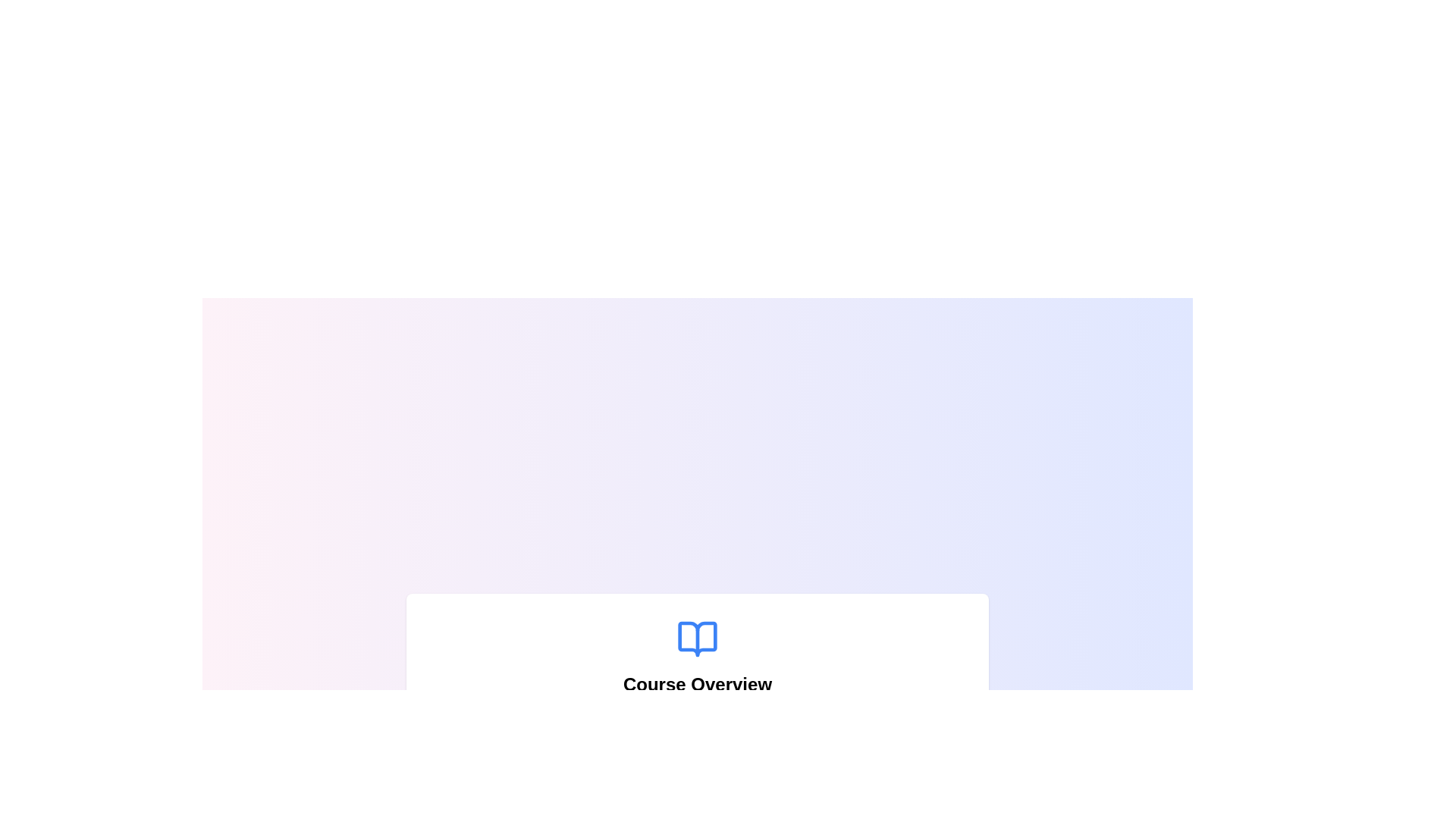  What do you see at coordinates (697, 639) in the screenshot?
I see `the prominent icon located directly above the 'Course Overview' text, which serves as a visual representation of course or book-related content` at bounding box center [697, 639].